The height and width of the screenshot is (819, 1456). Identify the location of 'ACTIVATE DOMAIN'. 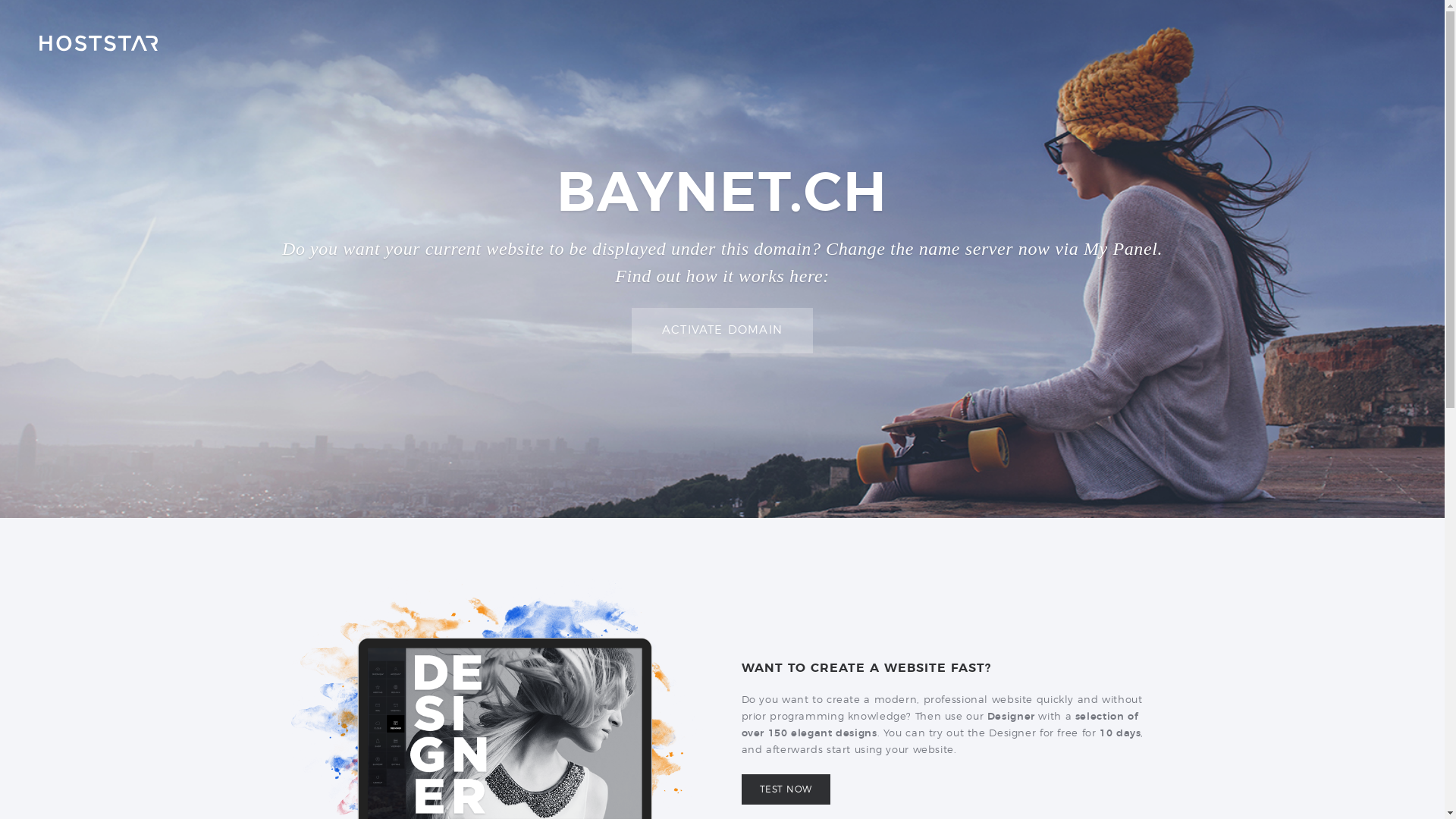
(632, 330).